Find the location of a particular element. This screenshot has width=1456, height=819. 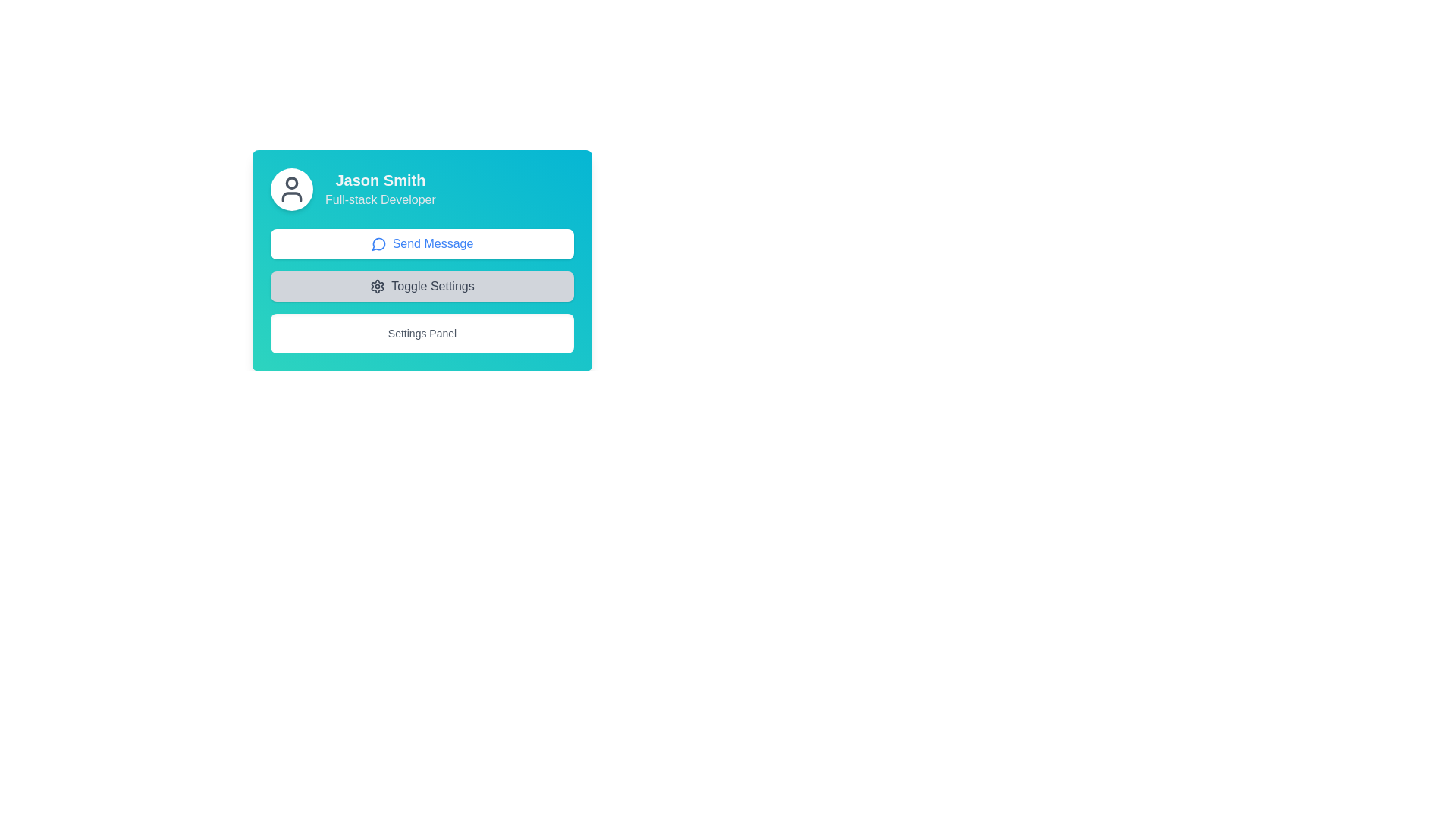

the settings icon located to the left of the 'Toggle Settings' text is located at coordinates (378, 287).